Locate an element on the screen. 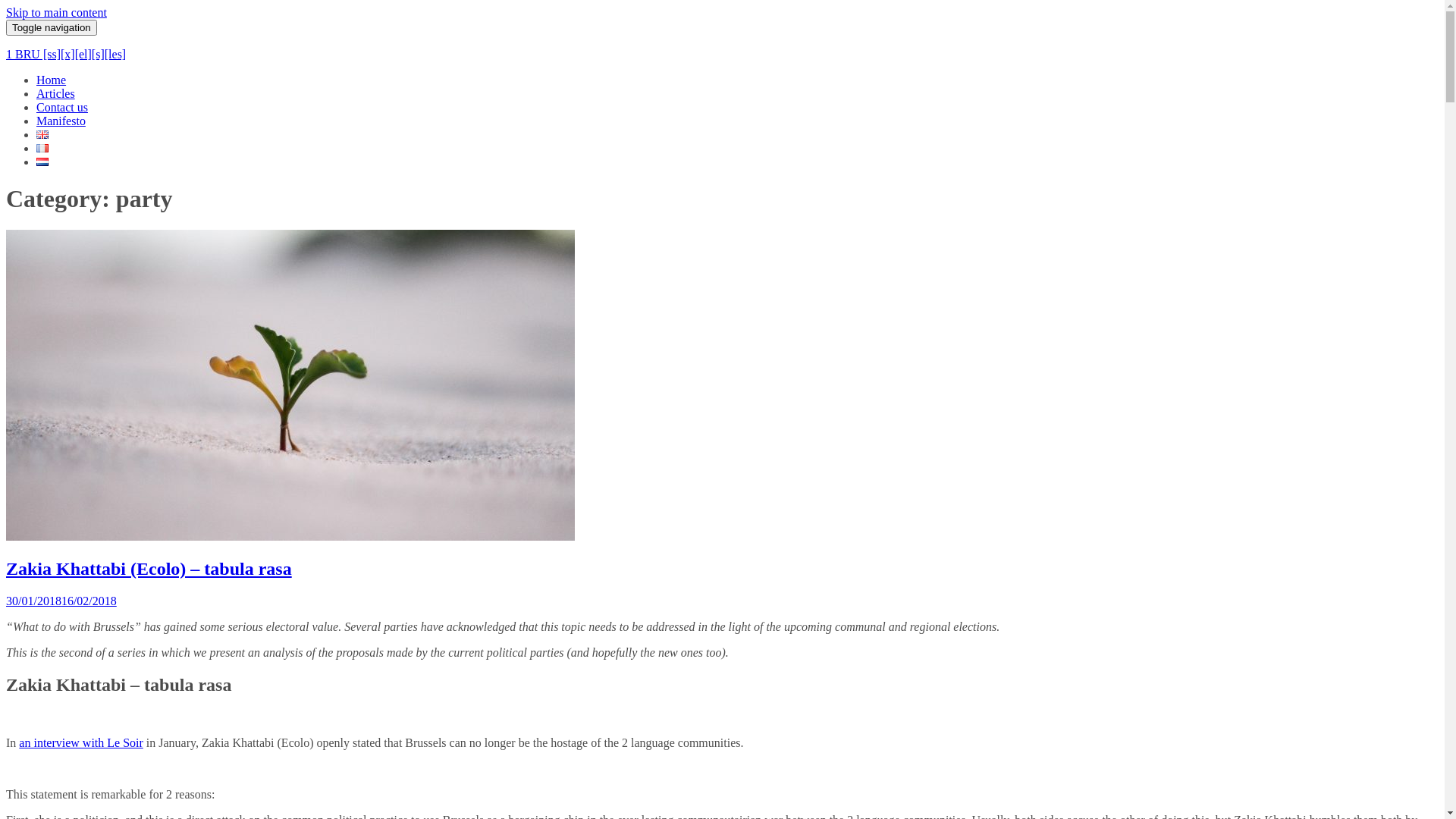 This screenshot has width=1456, height=819. 'Home' is located at coordinates (51, 80).